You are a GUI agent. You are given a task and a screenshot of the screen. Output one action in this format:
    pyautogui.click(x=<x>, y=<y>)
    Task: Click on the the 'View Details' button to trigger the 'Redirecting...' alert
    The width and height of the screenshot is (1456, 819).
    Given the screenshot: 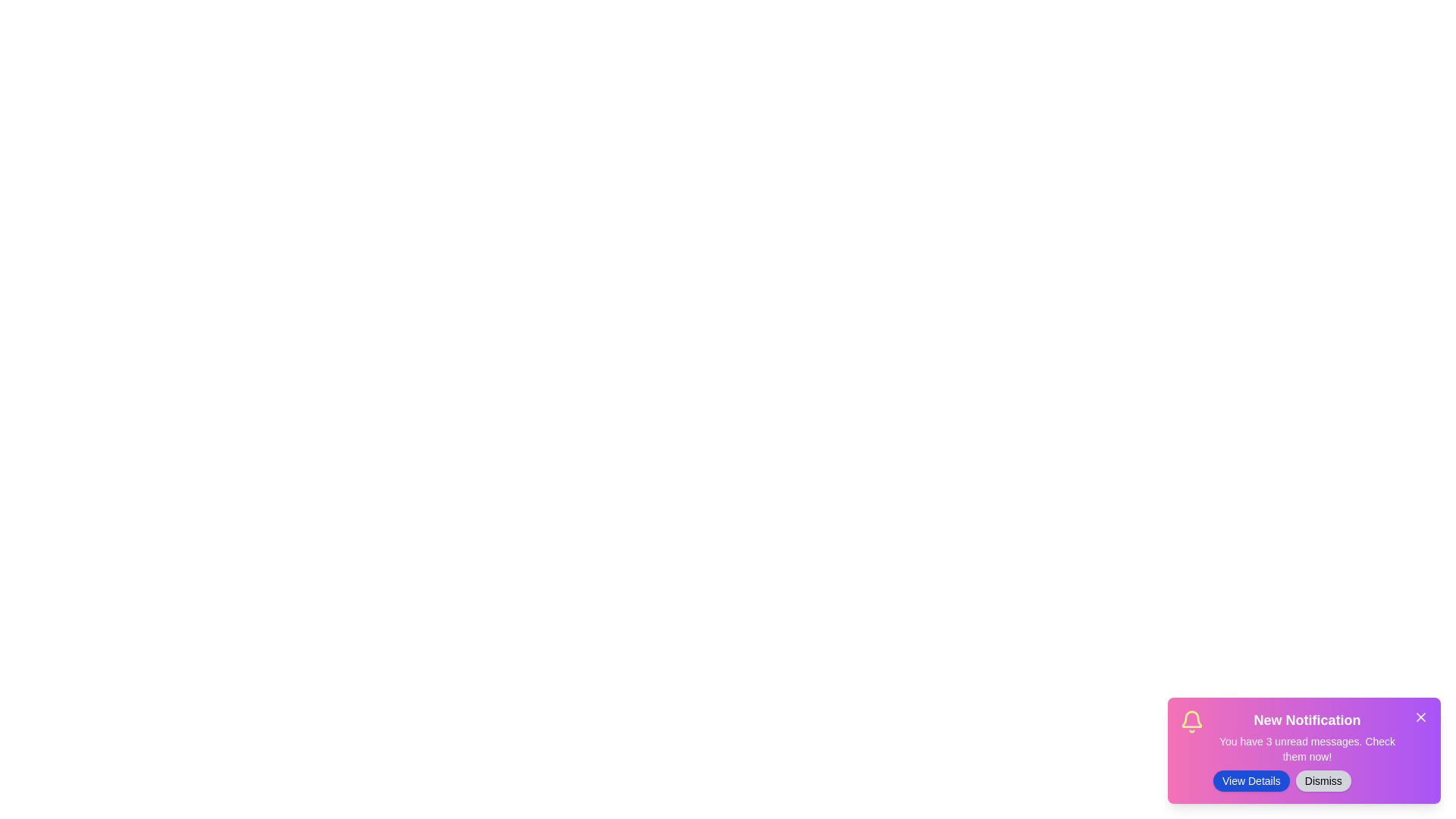 What is the action you would take?
    pyautogui.click(x=1251, y=780)
    